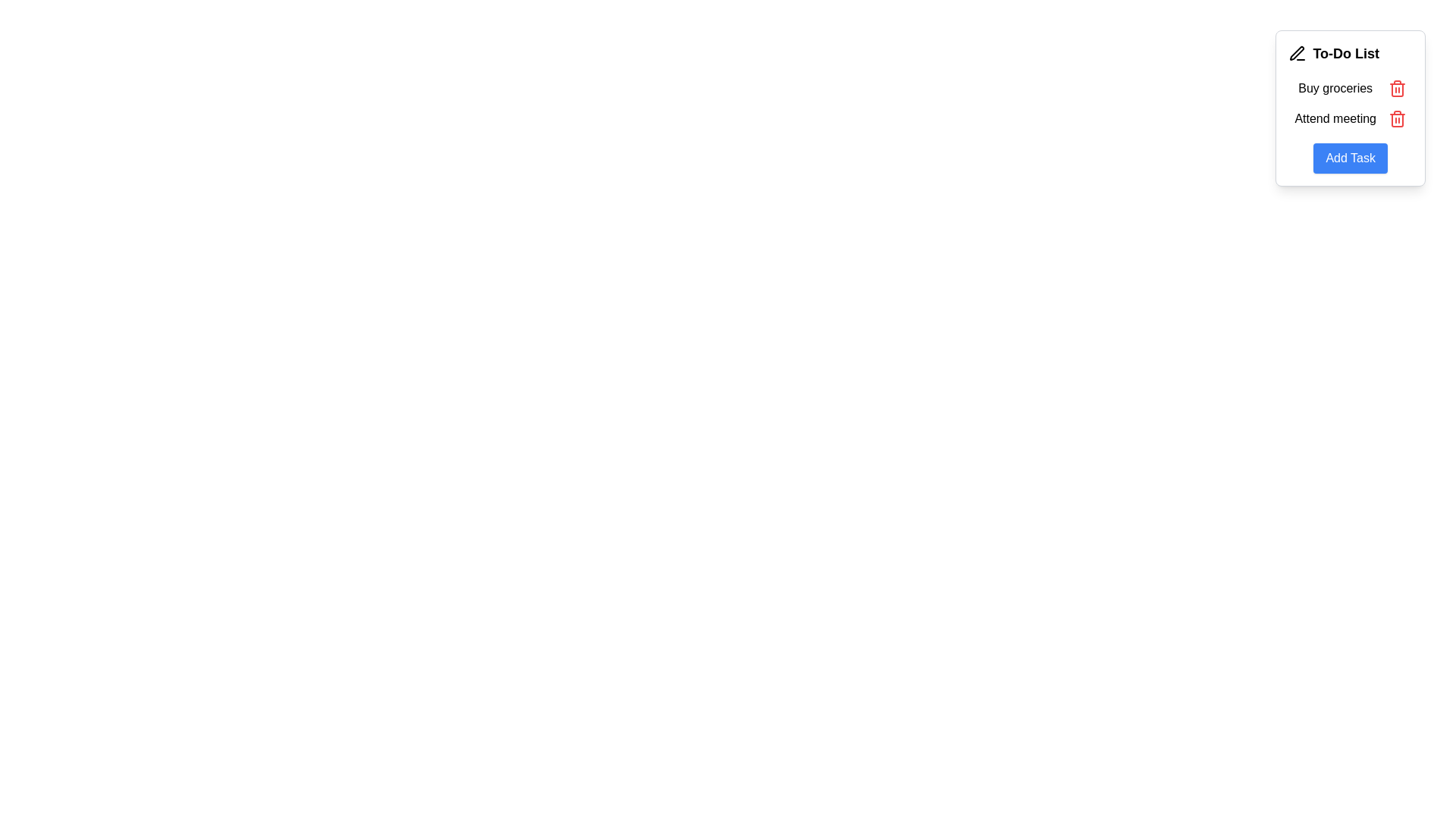  I want to click on the red trash can icon button located to the right of the 'Attend meeting' text in the second row of the to-do list to change its background color, so click(1397, 118).